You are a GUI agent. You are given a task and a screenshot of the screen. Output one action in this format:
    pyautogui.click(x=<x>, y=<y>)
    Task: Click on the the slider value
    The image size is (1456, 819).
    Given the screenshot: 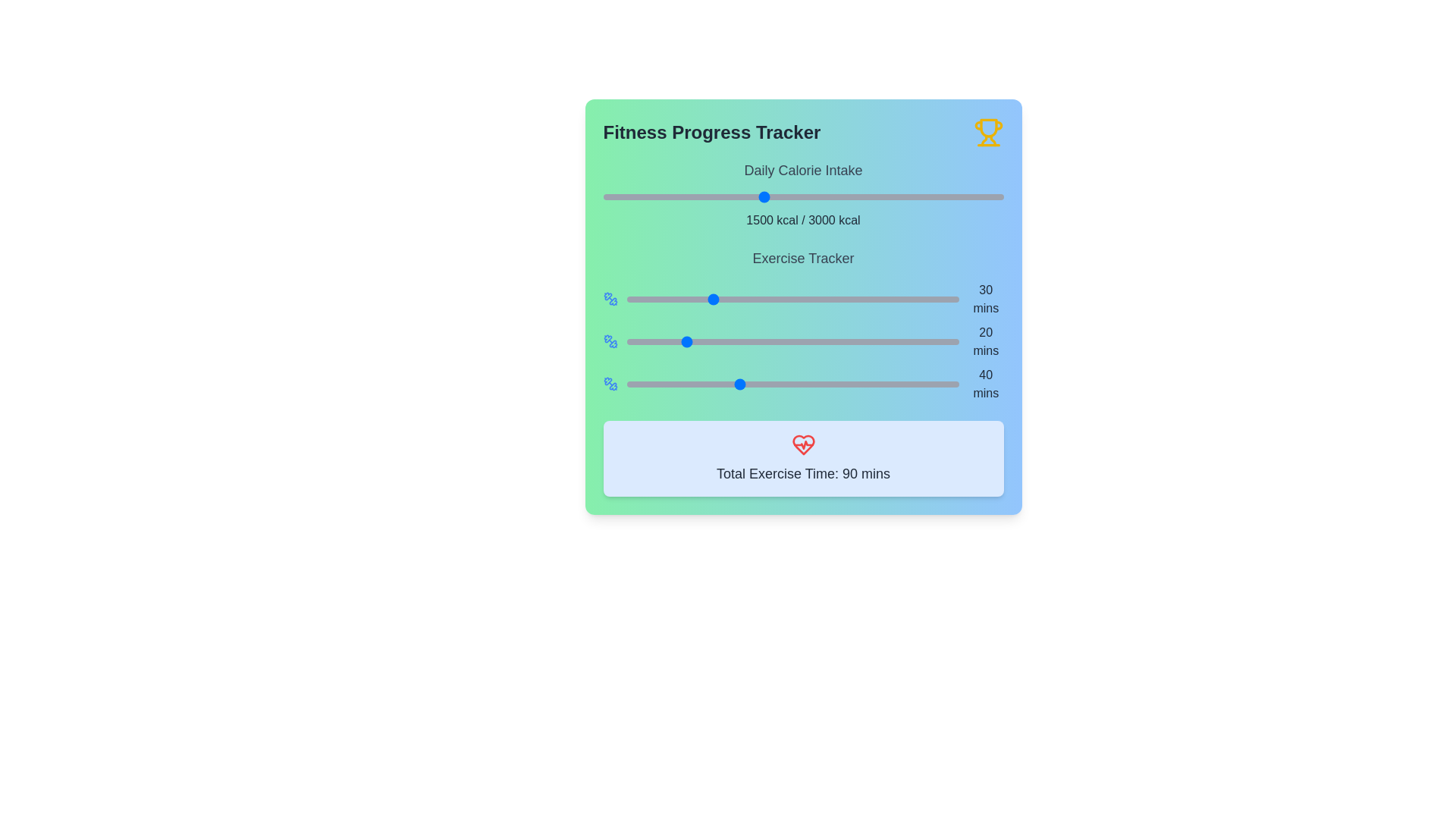 What is the action you would take?
    pyautogui.click(x=833, y=299)
    